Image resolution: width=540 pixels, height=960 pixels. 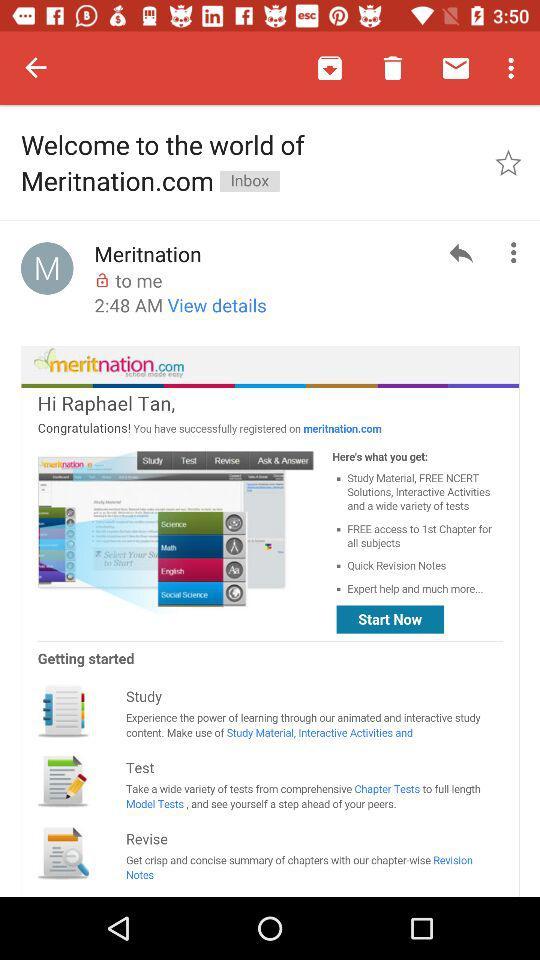 I want to click on the reply icon, so click(x=461, y=251).